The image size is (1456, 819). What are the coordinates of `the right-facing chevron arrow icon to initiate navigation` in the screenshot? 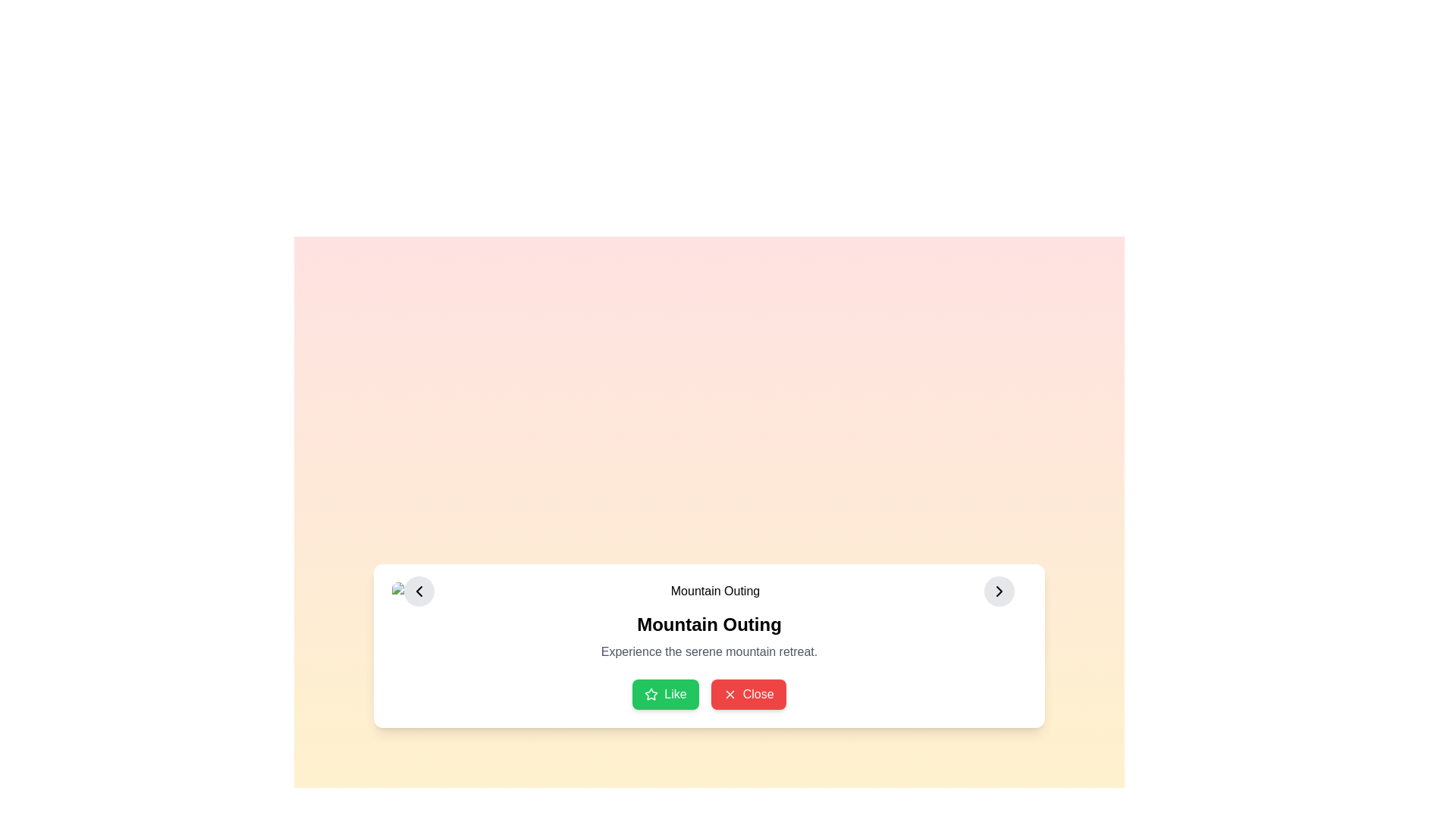 It's located at (999, 590).